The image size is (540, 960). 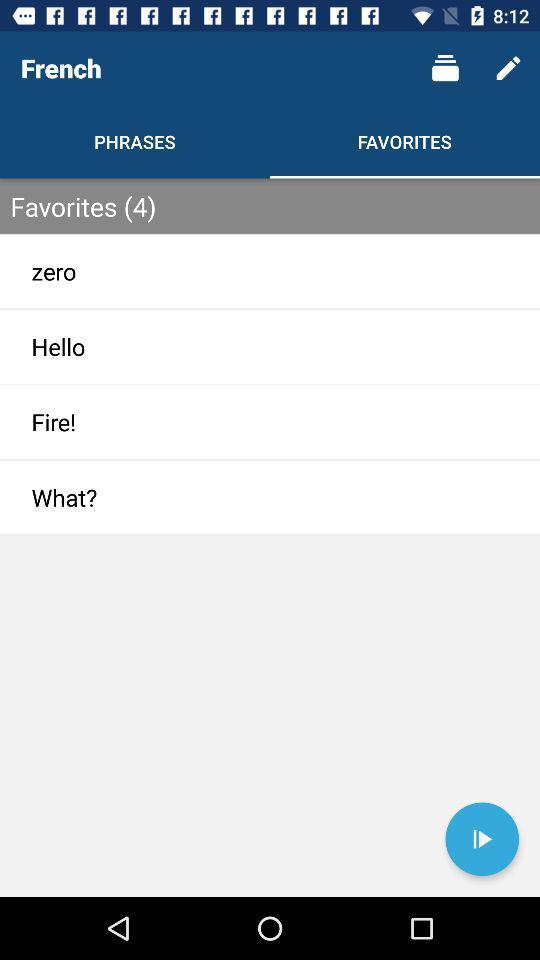 What do you see at coordinates (445, 68) in the screenshot?
I see `the item to the right of french icon` at bounding box center [445, 68].